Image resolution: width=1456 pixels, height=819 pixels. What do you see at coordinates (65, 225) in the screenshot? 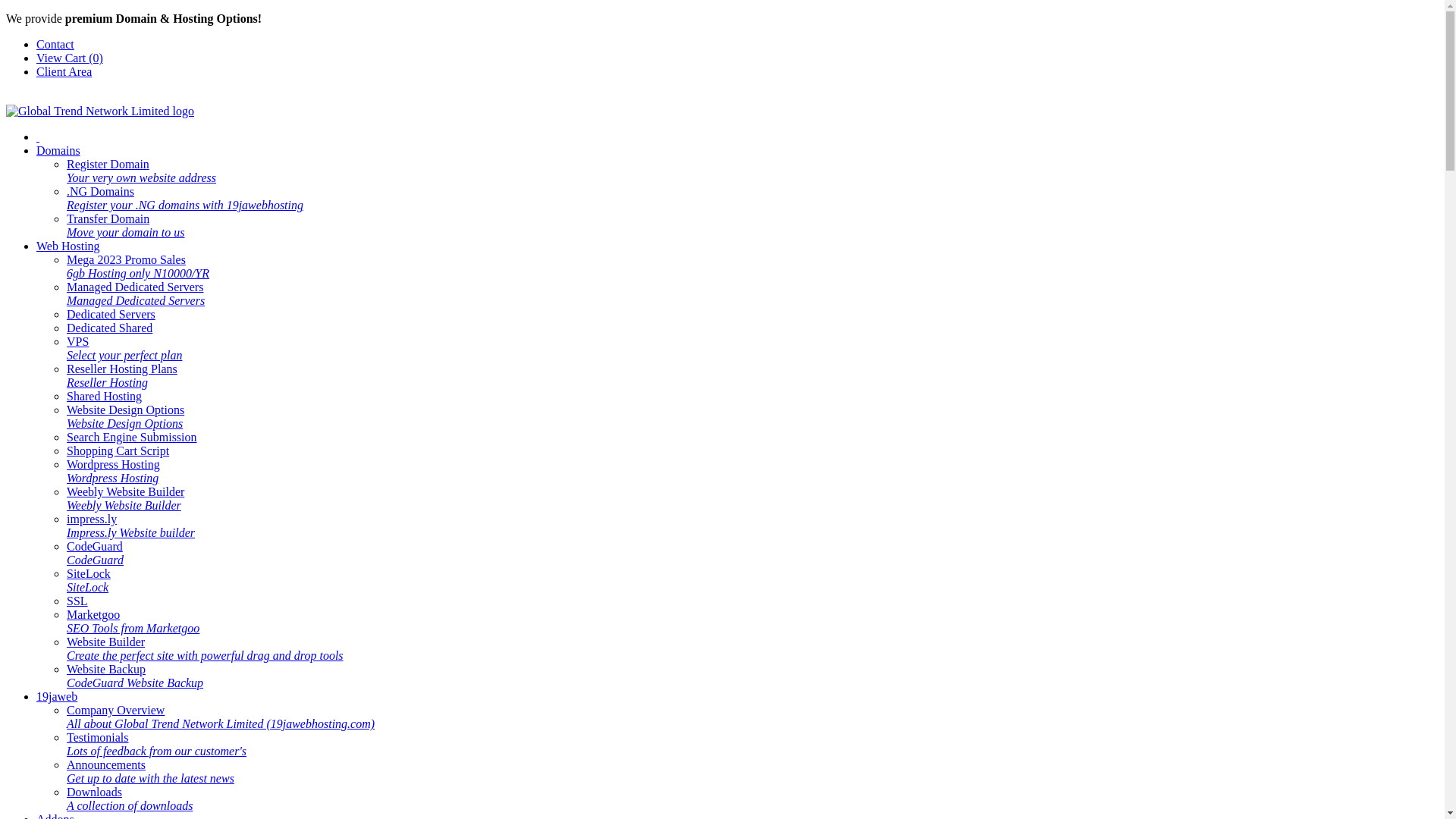
I see `'Transfer Domain` at bounding box center [65, 225].